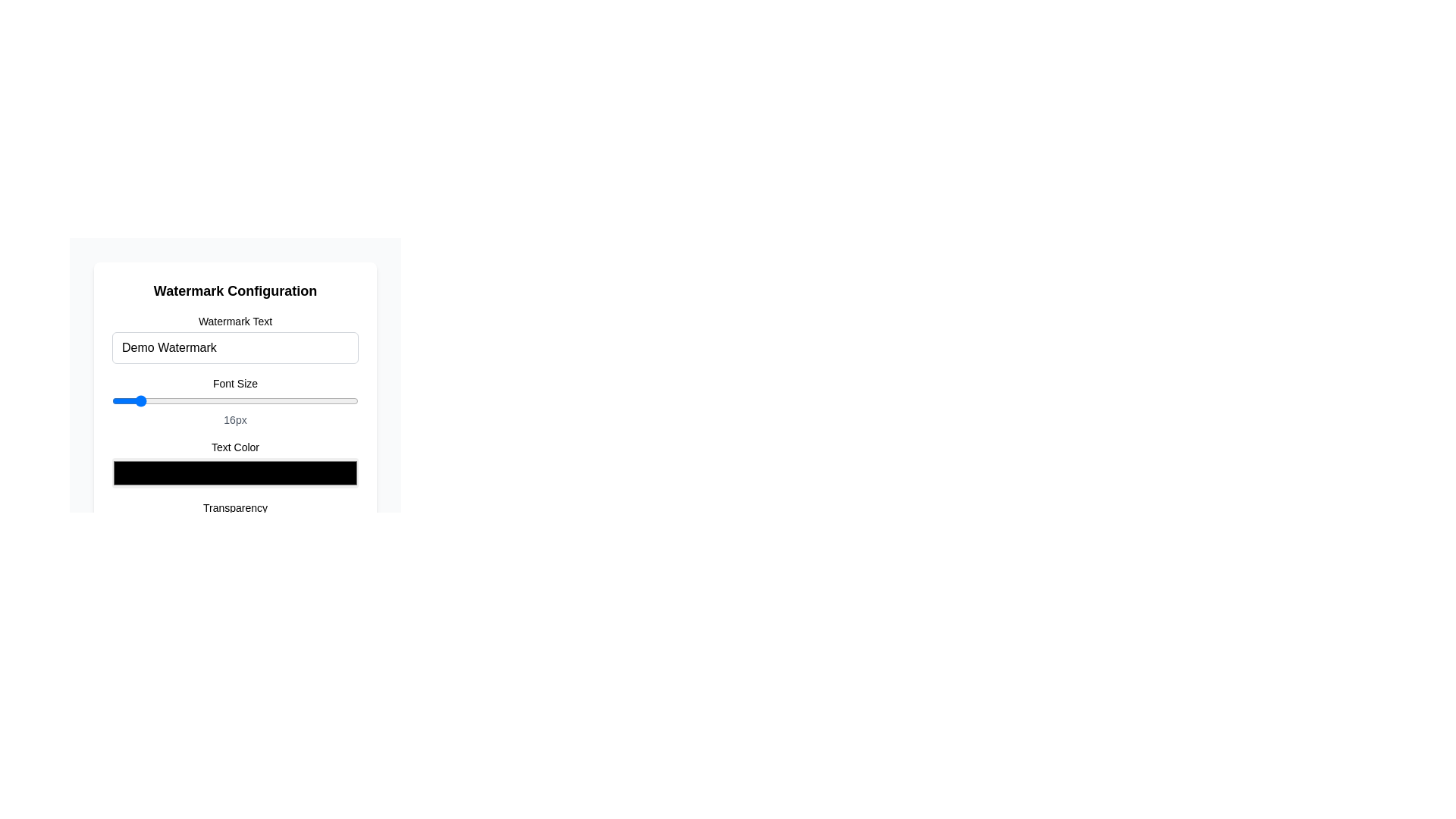  Describe the element at coordinates (234, 525) in the screenshot. I see `the transparency slider located centrally below the 'Transparency' label and above the '50%' percentage value` at that location.